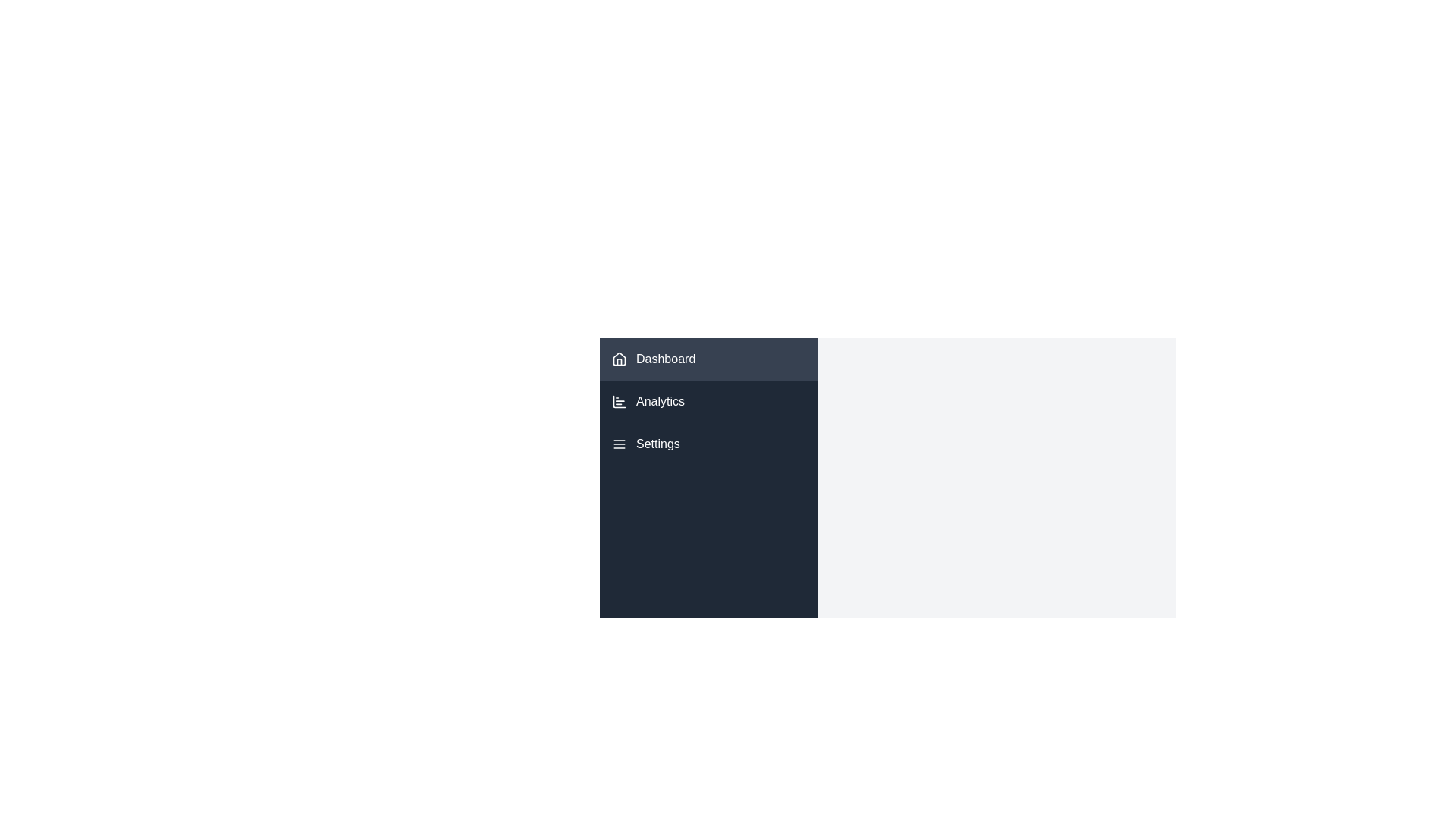 The height and width of the screenshot is (819, 1456). Describe the element at coordinates (661, 400) in the screenshot. I see `the 'Analytics' text label in the left sidebar navigation menu` at that location.